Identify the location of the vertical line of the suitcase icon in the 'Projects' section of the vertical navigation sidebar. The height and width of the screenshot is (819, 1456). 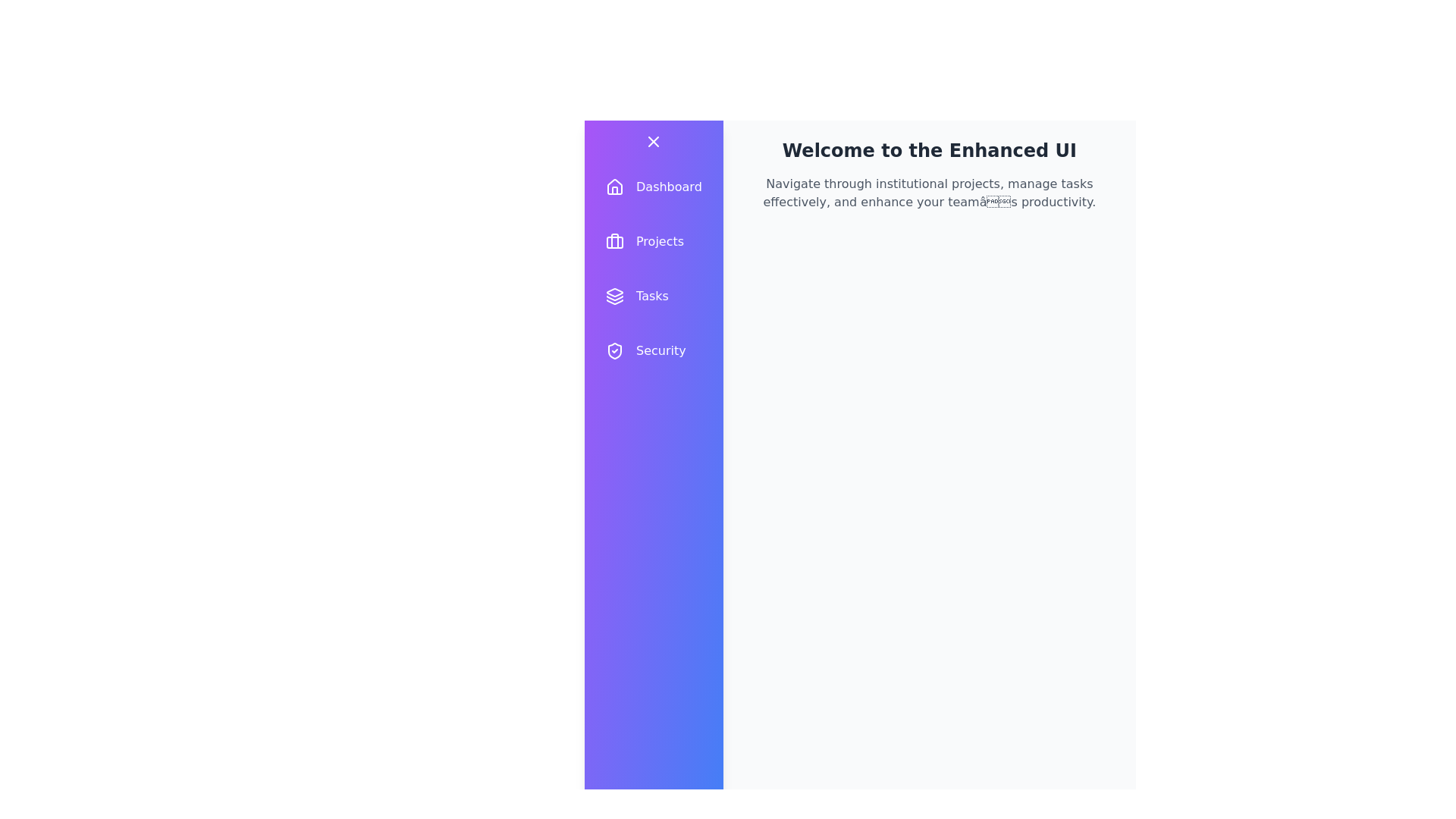
(615, 240).